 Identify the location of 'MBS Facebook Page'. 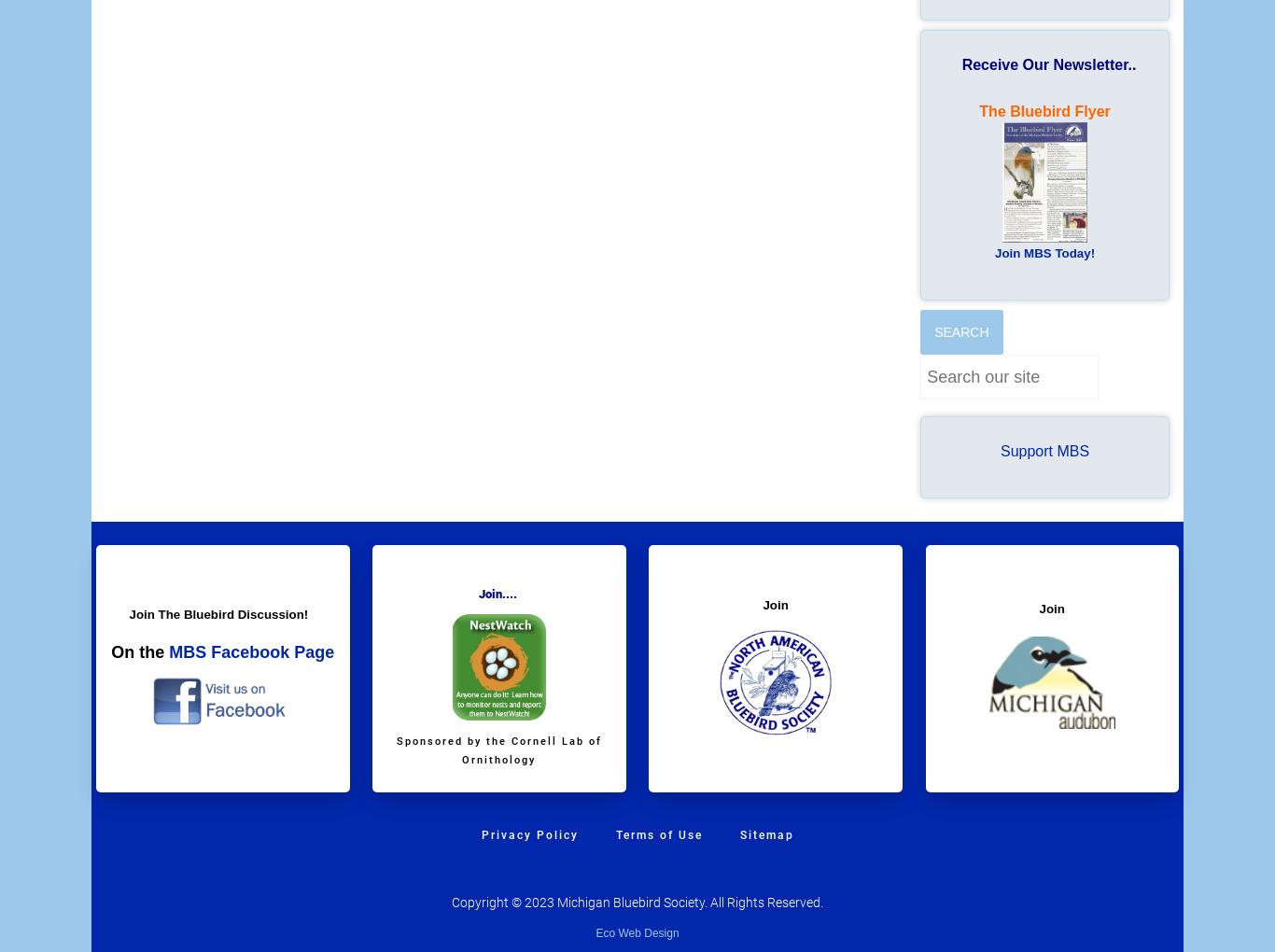
(251, 651).